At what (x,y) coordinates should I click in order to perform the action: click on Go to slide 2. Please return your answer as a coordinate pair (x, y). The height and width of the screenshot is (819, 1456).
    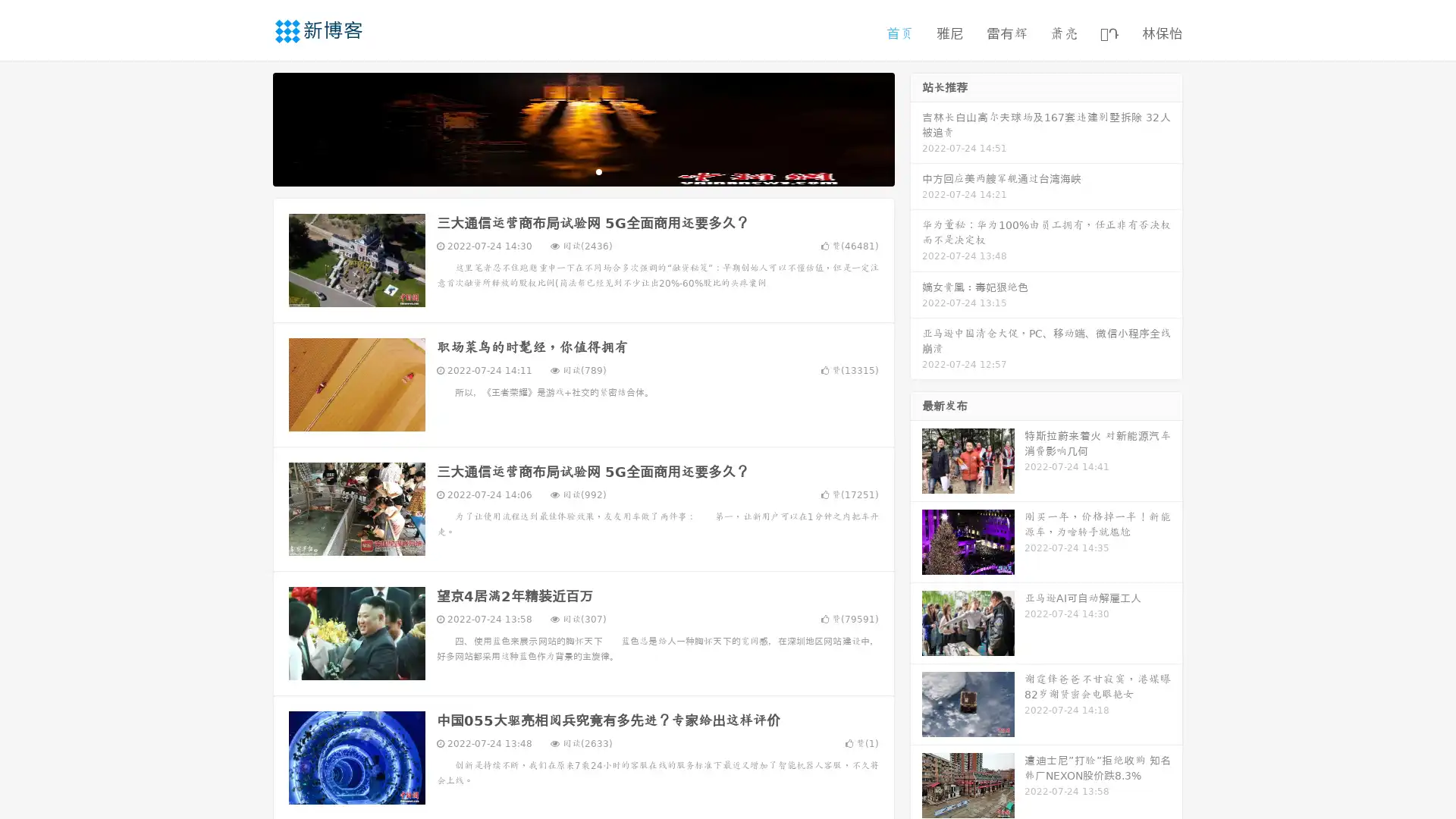
    Looking at the image, I should click on (582, 171).